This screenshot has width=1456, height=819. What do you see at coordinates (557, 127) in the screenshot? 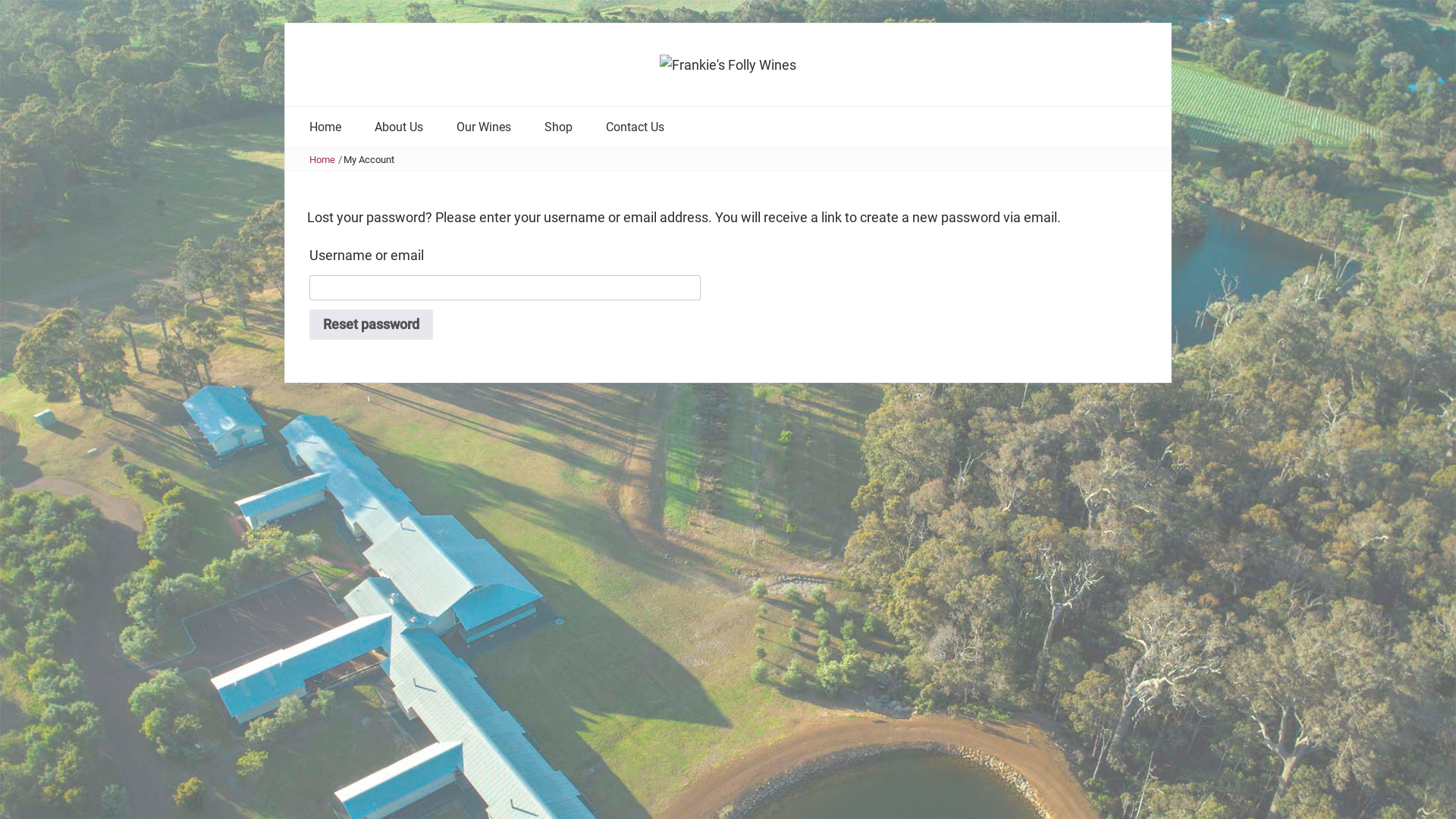
I see `'Shop'` at bounding box center [557, 127].